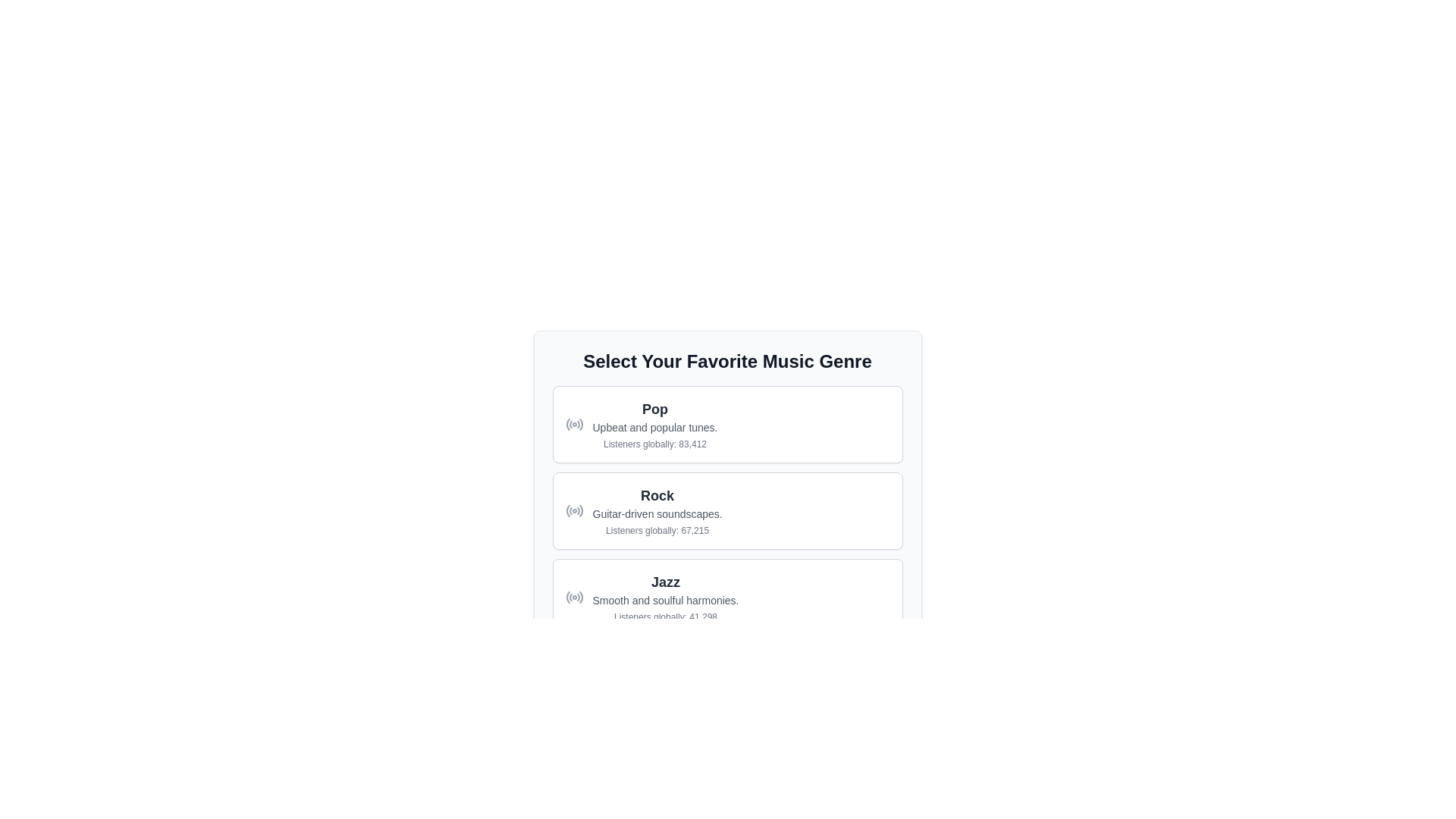 This screenshot has height=819, width=1456. I want to click on the text label reading 'Listeners globally: 83,412' within the 'Pop' genre card, positioned as the last line below 'Upbeat and popular tunes.', so click(655, 444).